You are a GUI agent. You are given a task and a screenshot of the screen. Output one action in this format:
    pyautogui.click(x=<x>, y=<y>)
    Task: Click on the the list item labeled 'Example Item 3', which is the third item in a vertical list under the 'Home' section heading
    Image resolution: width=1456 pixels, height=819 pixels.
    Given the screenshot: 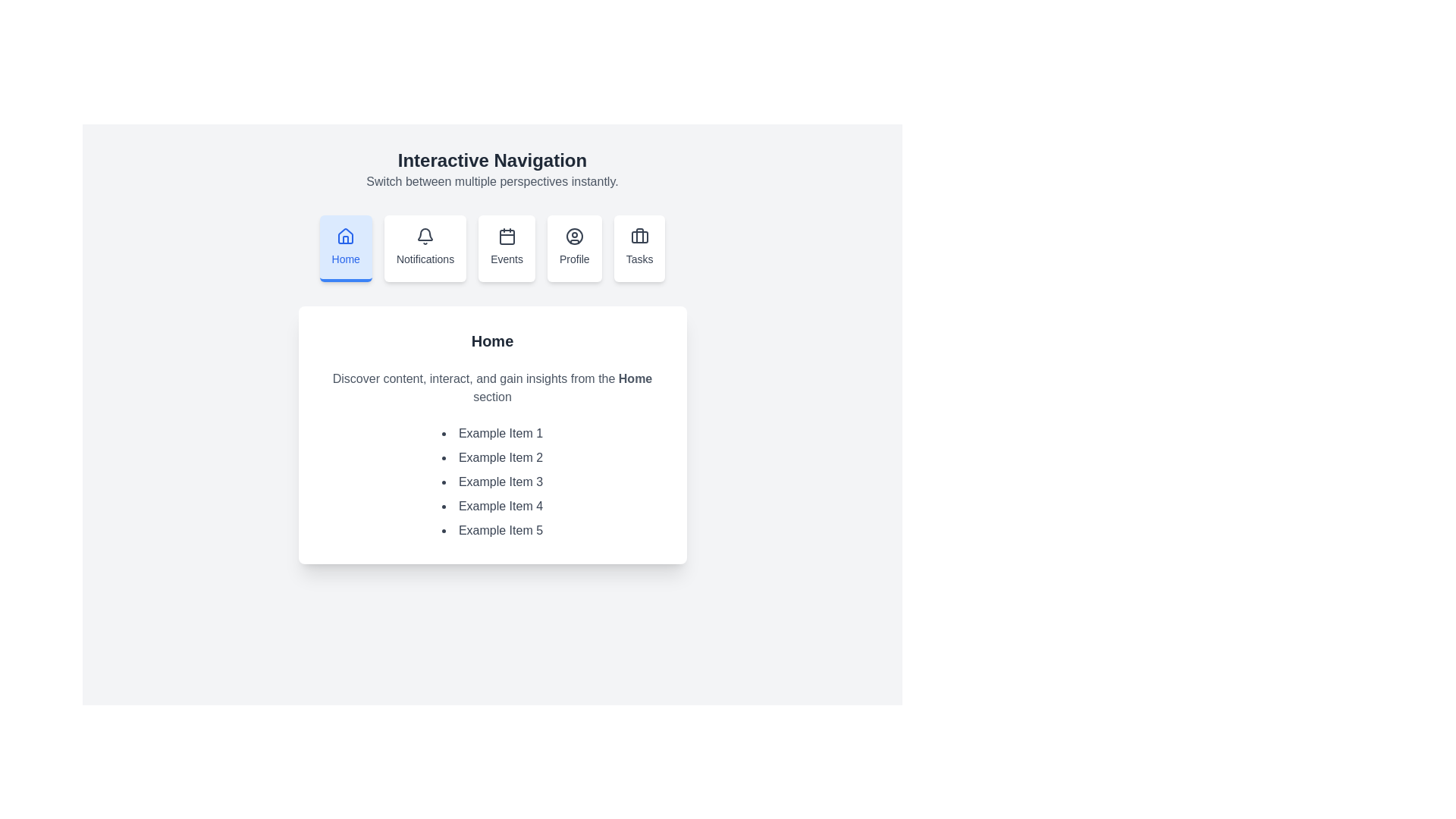 What is the action you would take?
    pyautogui.click(x=492, y=482)
    